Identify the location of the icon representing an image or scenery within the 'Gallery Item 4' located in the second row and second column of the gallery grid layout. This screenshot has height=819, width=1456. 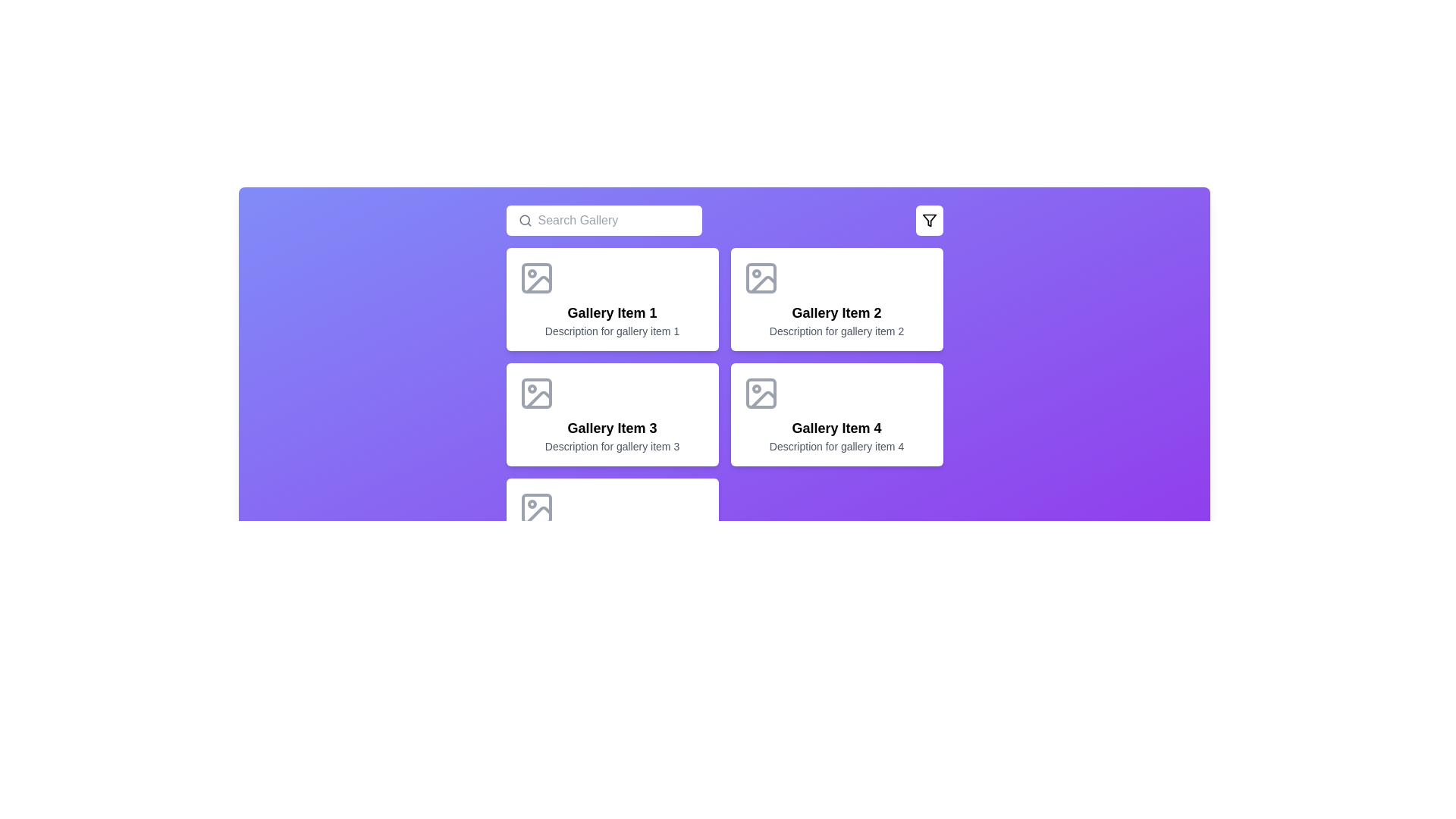
(763, 399).